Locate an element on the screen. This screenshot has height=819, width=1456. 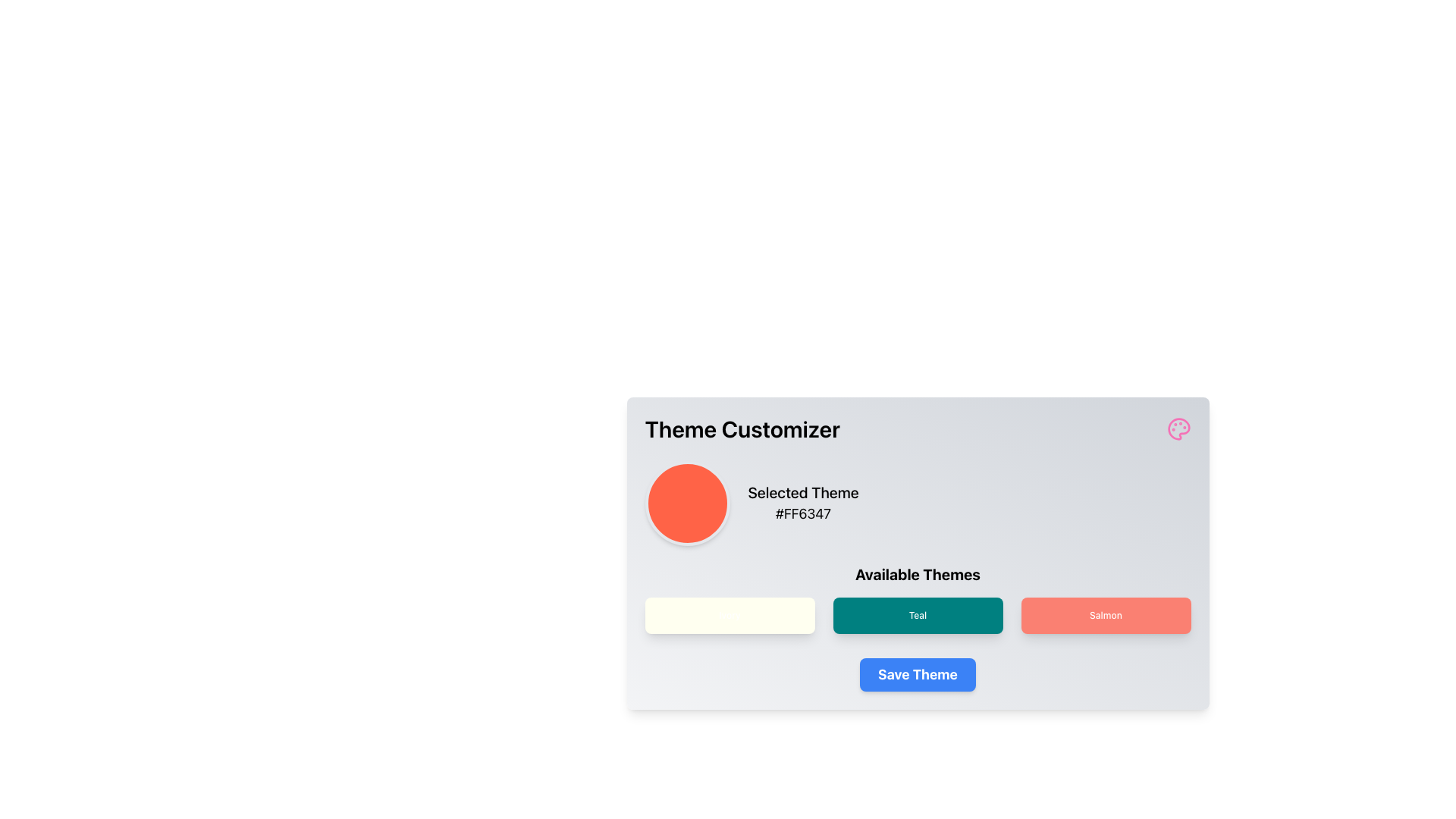
the second selectable theme option button is located at coordinates (917, 616).